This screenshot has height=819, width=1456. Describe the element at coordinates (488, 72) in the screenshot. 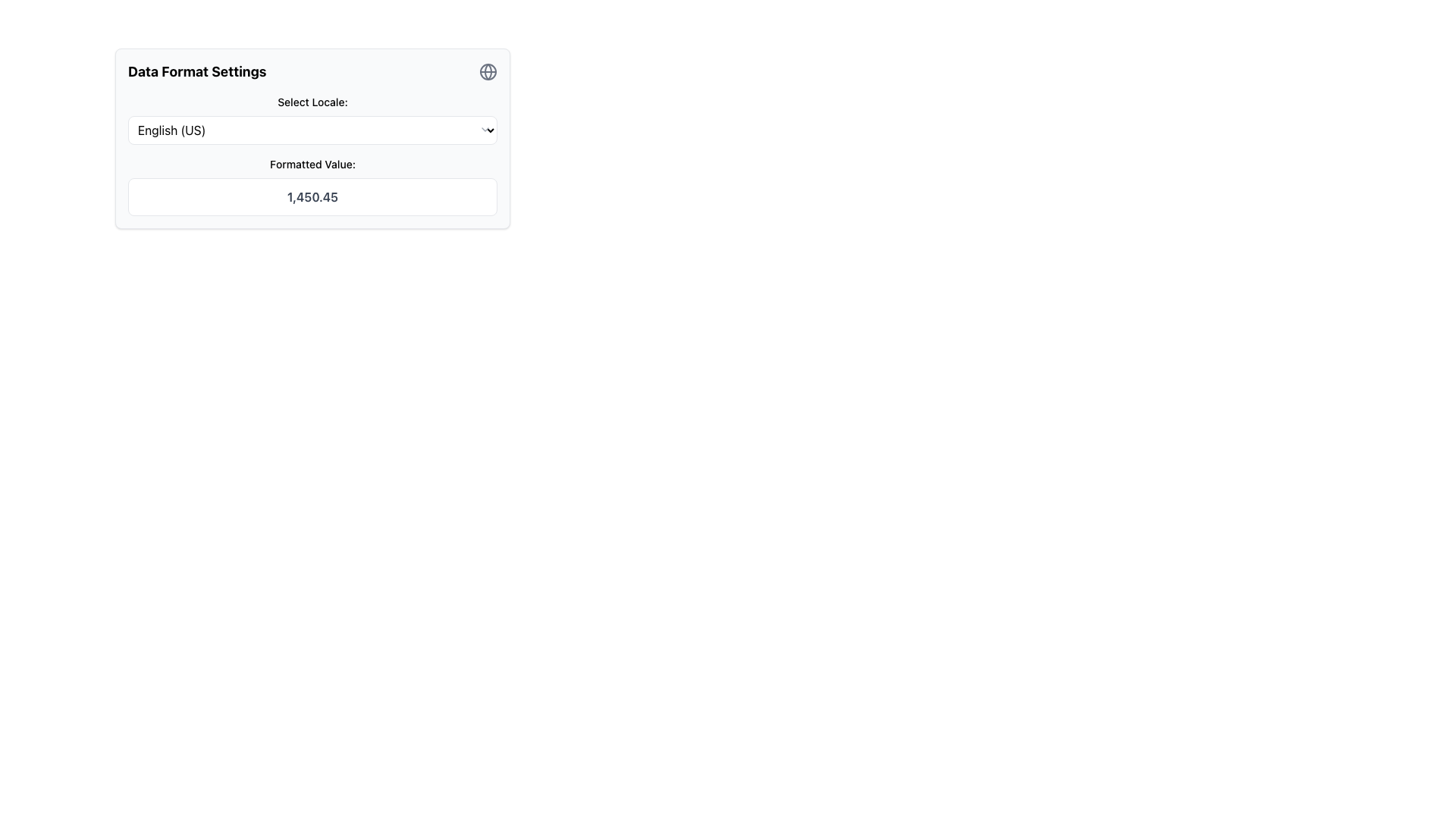

I see `the circular component within the top-right corner of the 'Data Format Settings' card's SVG icon` at that location.